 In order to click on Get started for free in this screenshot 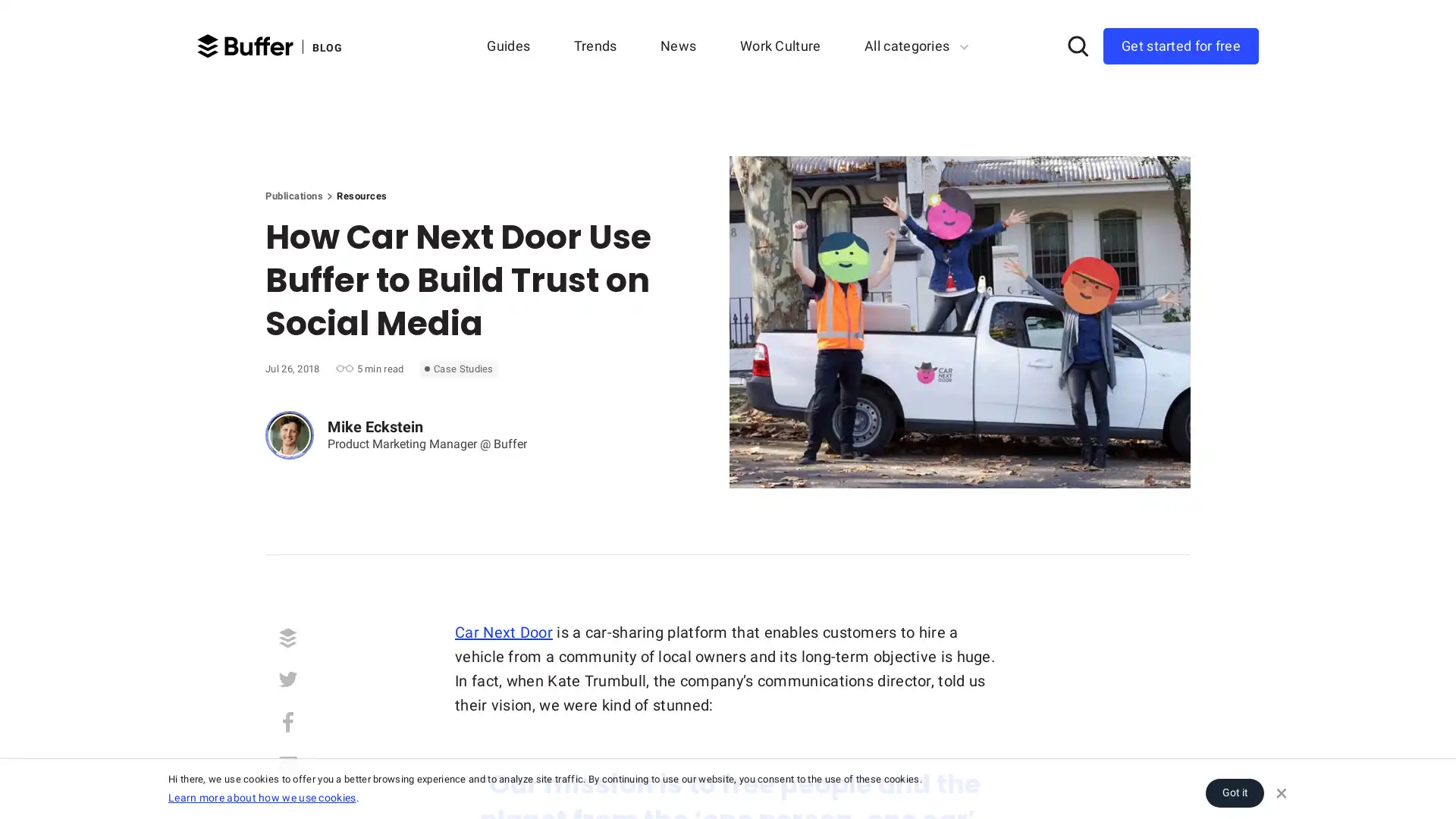, I will do `click(1180, 45)`.